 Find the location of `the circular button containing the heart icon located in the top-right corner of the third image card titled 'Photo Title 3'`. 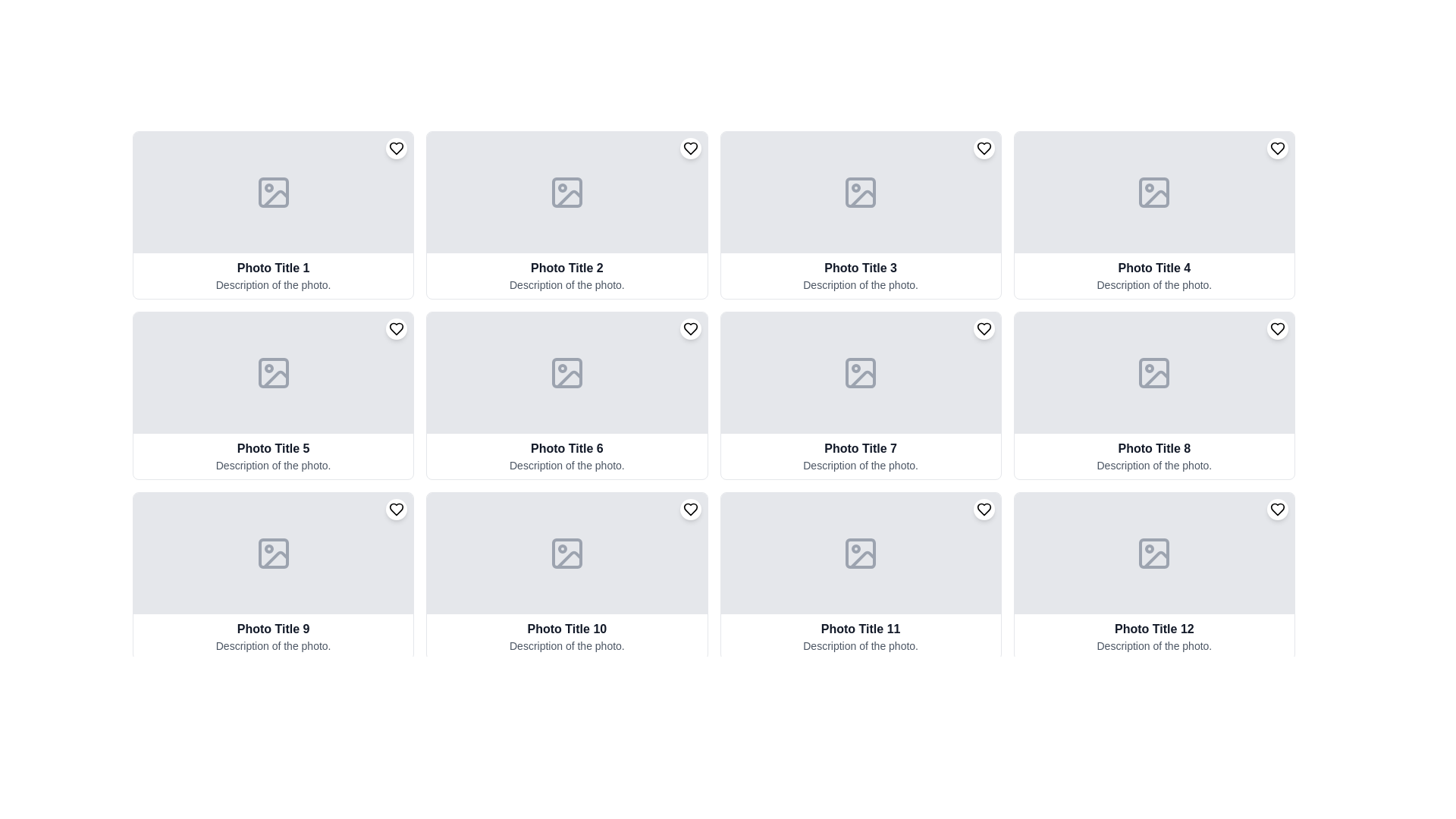

the circular button containing the heart icon located in the top-right corner of the third image card titled 'Photo Title 3' is located at coordinates (984, 149).